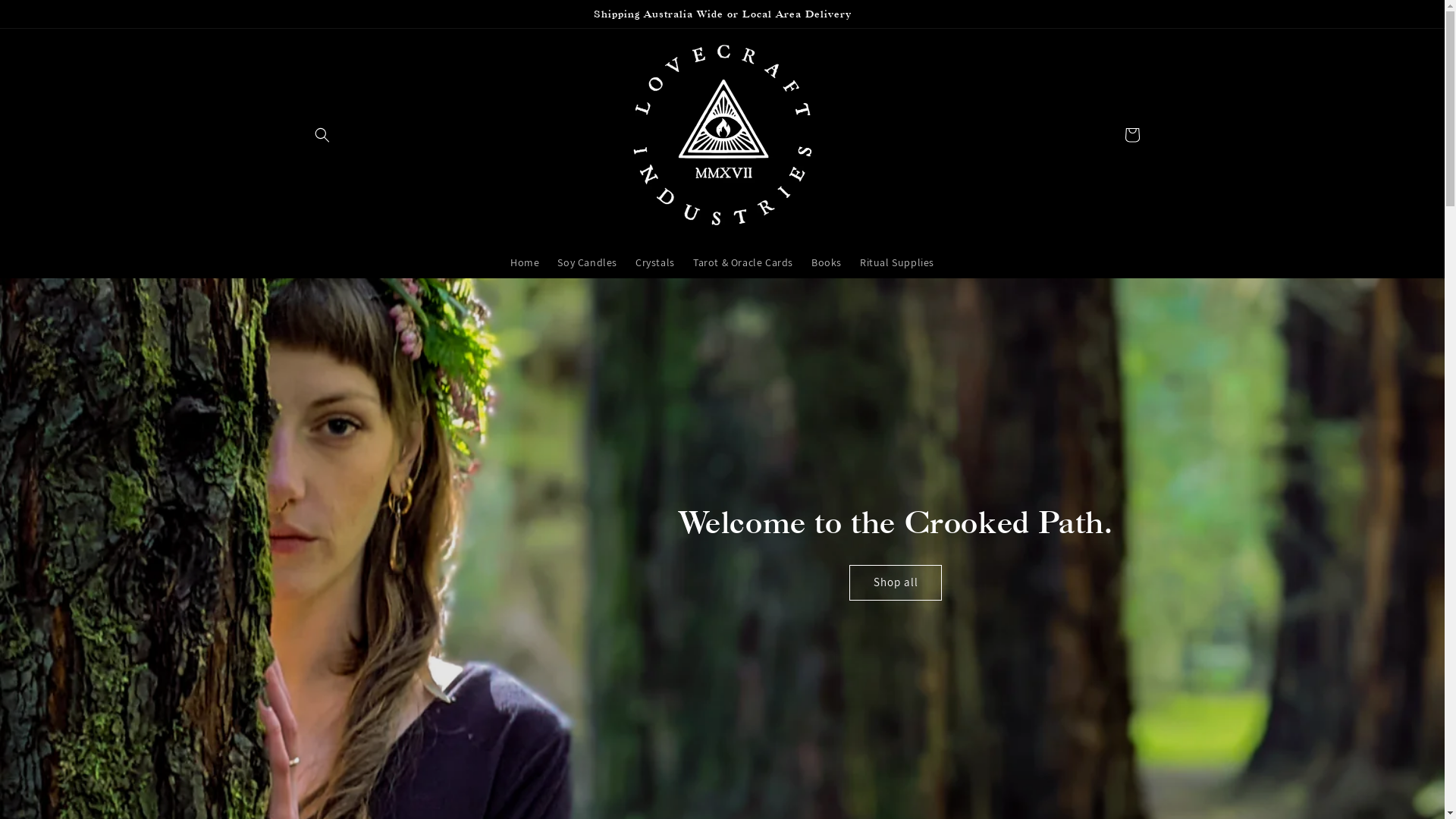 The width and height of the screenshot is (1456, 819). Describe the element at coordinates (1131, 133) in the screenshot. I see `'Cart'` at that location.